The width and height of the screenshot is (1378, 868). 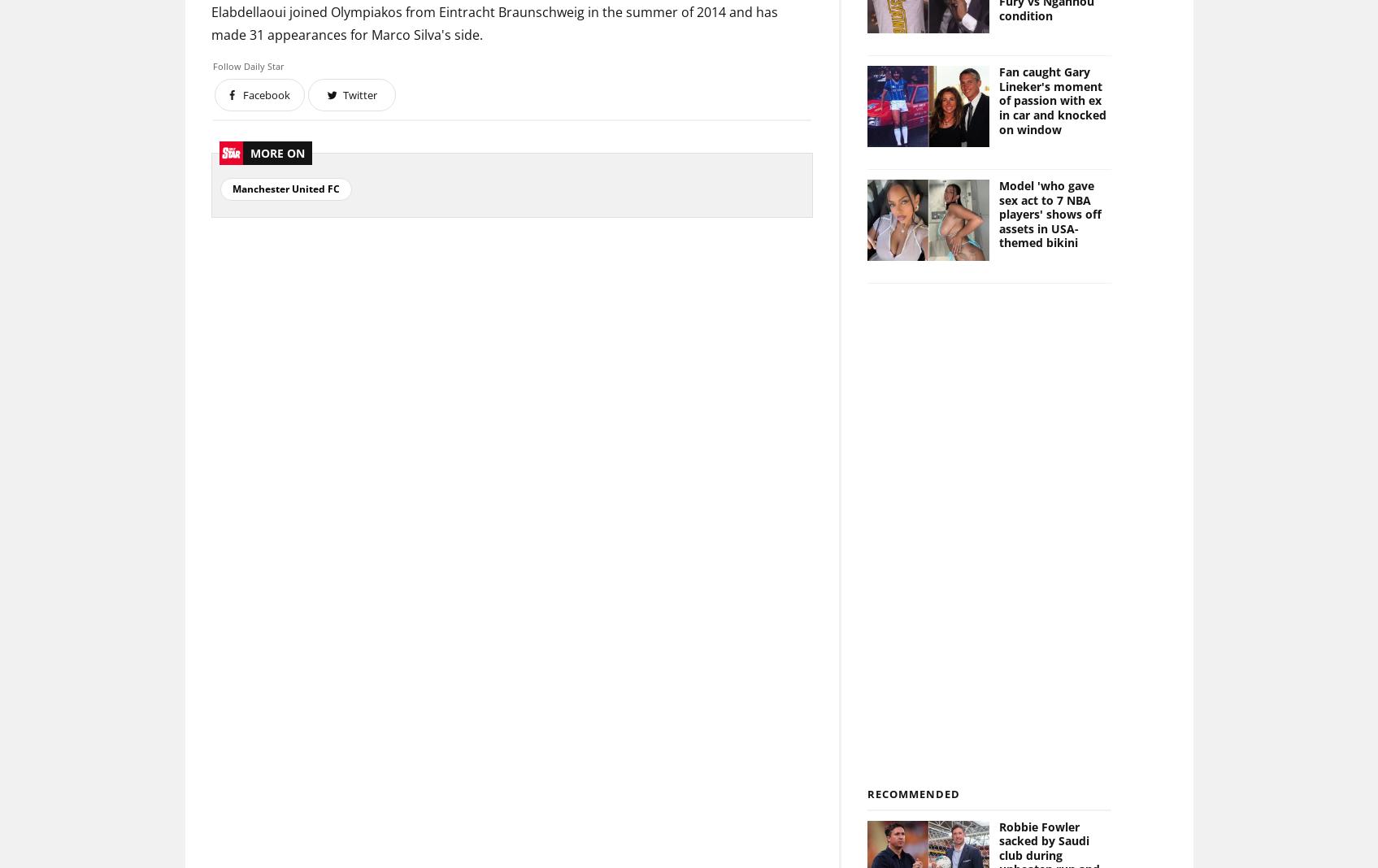 I want to click on 'Daily Star', so click(x=263, y=65).